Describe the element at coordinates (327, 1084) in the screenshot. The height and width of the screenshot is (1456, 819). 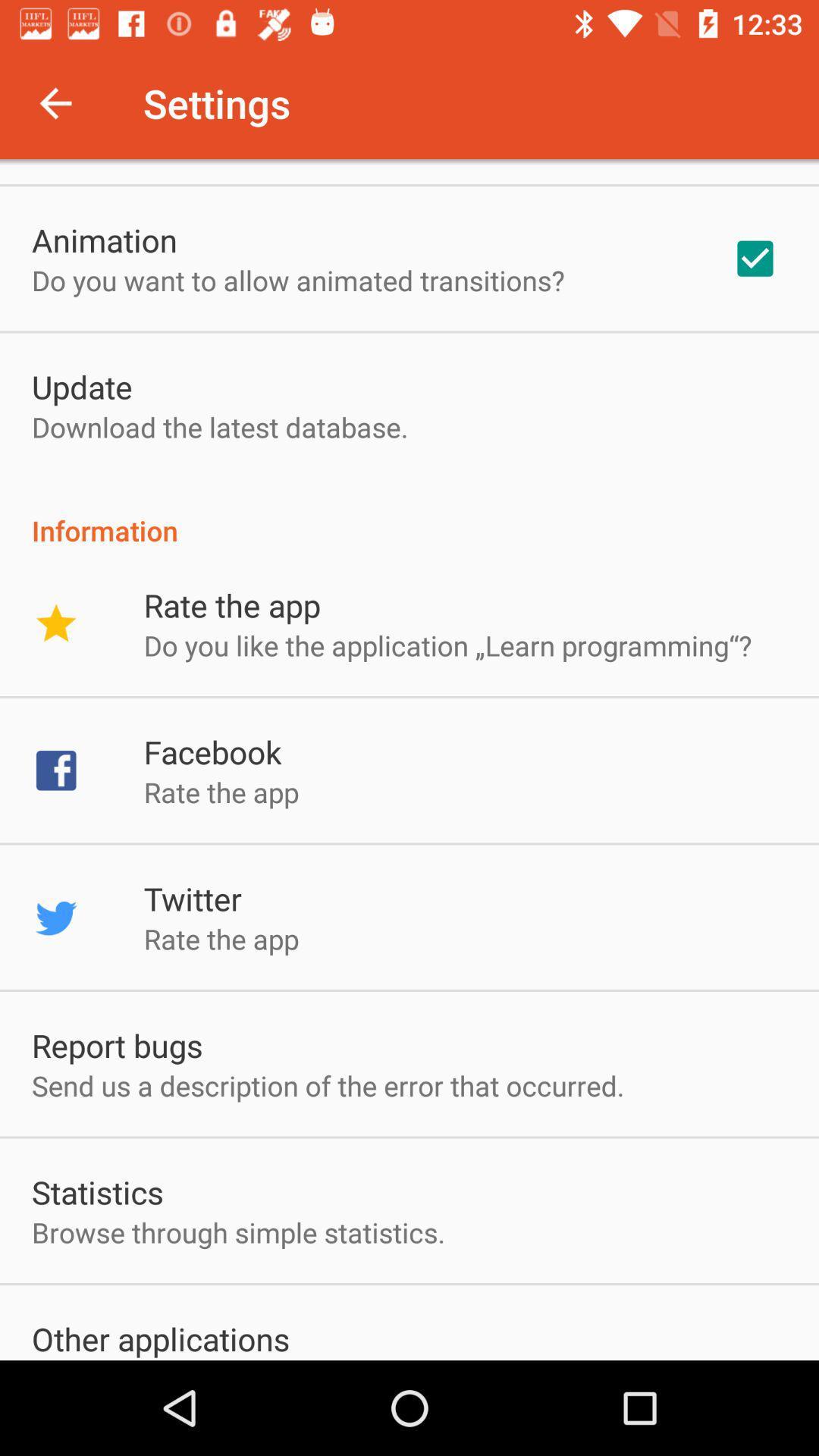
I see `item above the statistics app` at that location.